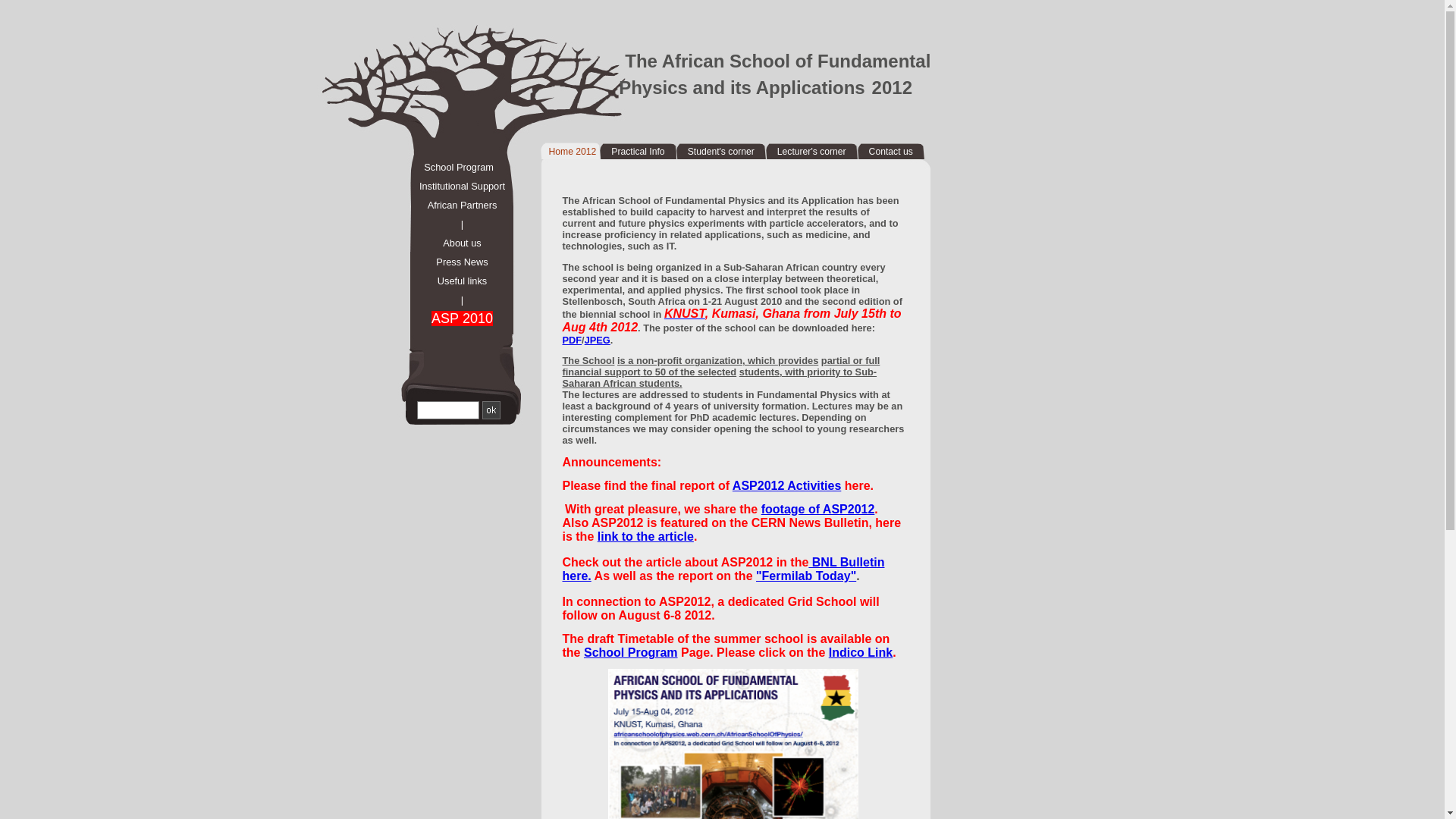 This screenshot has height=819, width=1456. Describe the element at coordinates (860, 651) in the screenshot. I see `'Indico Link'` at that location.